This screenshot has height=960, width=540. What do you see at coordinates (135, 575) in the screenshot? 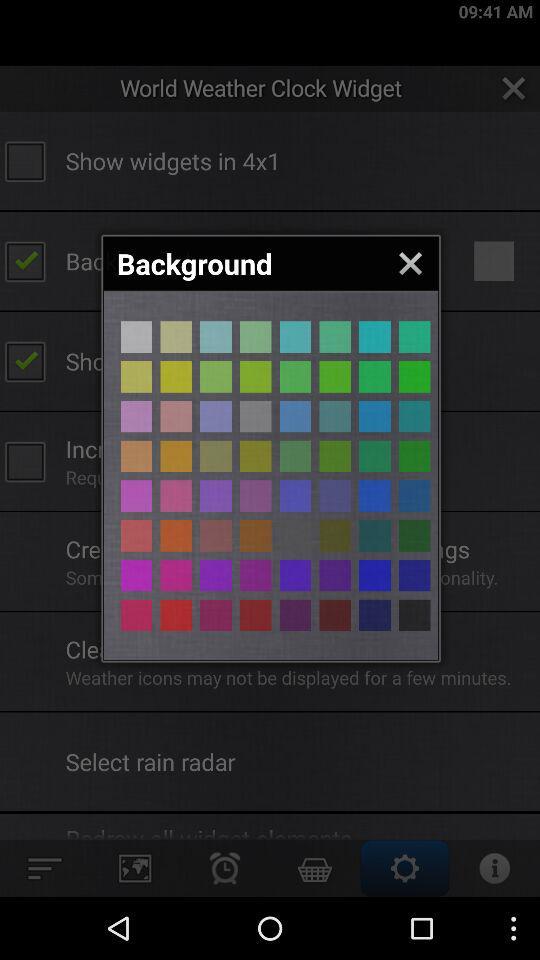
I see `color selection` at bounding box center [135, 575].